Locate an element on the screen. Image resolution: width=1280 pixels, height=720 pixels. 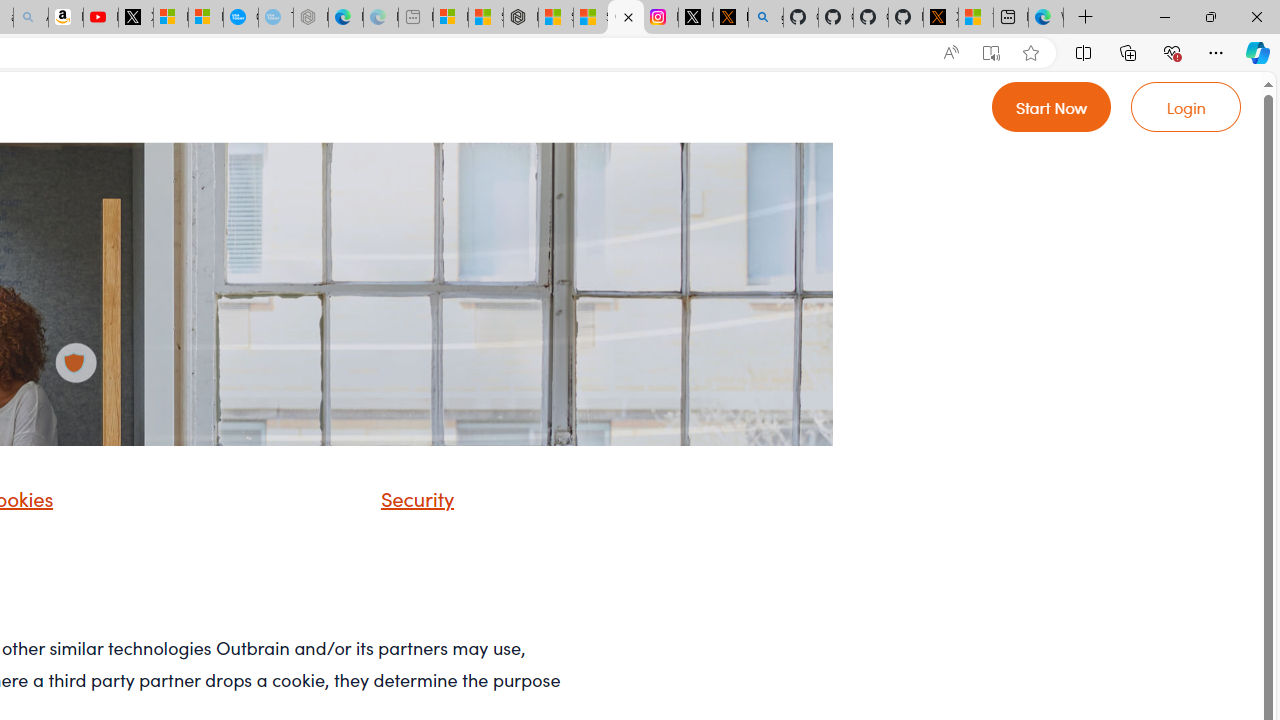
'Security' is located at coordinates (411, 496).